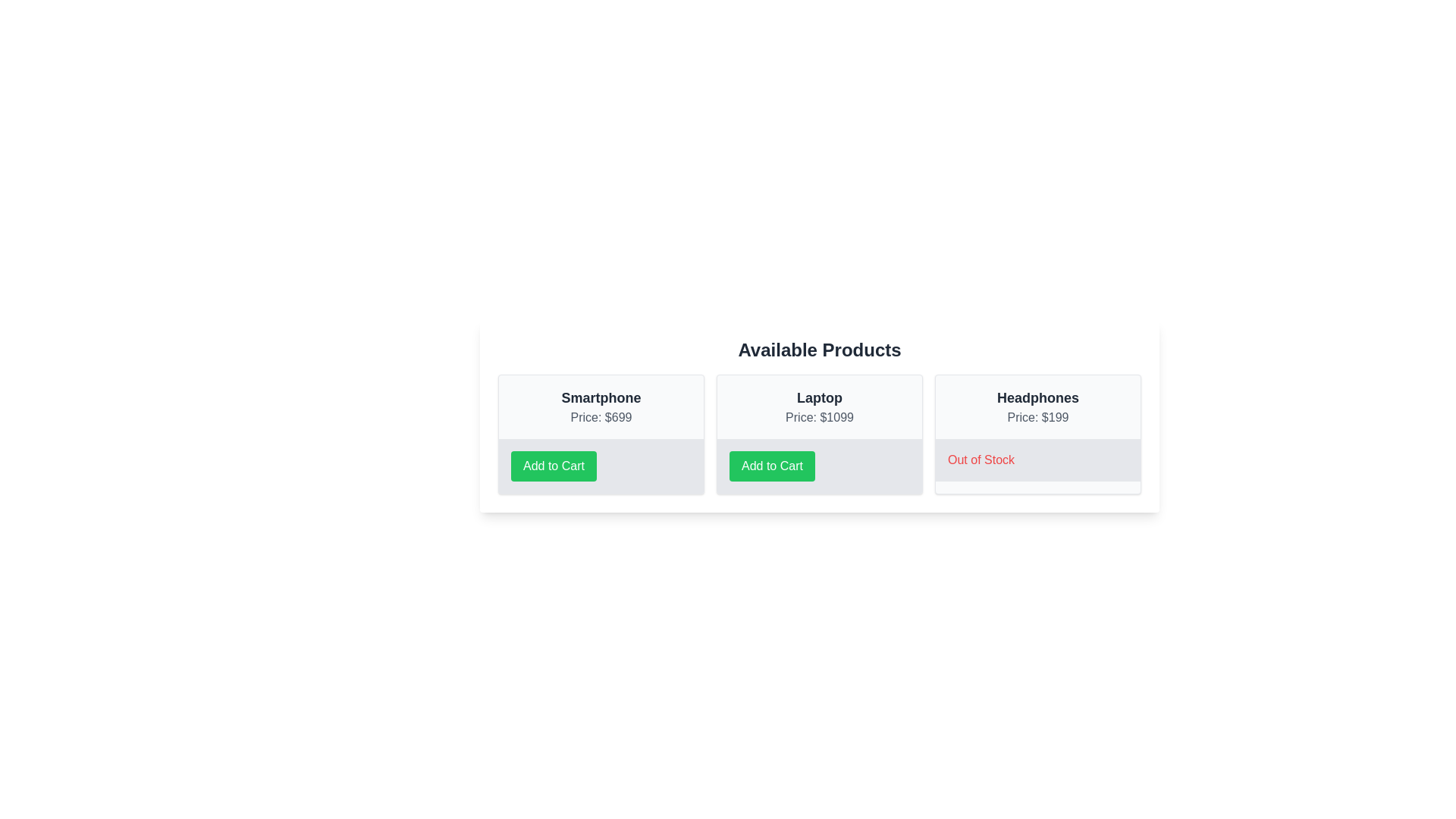  Describe the element at coordinates (772, 465) in the screenshot. I see `the 'Add to Cart' button, which is a rectangular button with rounded corners and a green background, located below the product description for the 'Laptop' and in the middle column of a three-column grid of products` at that location.